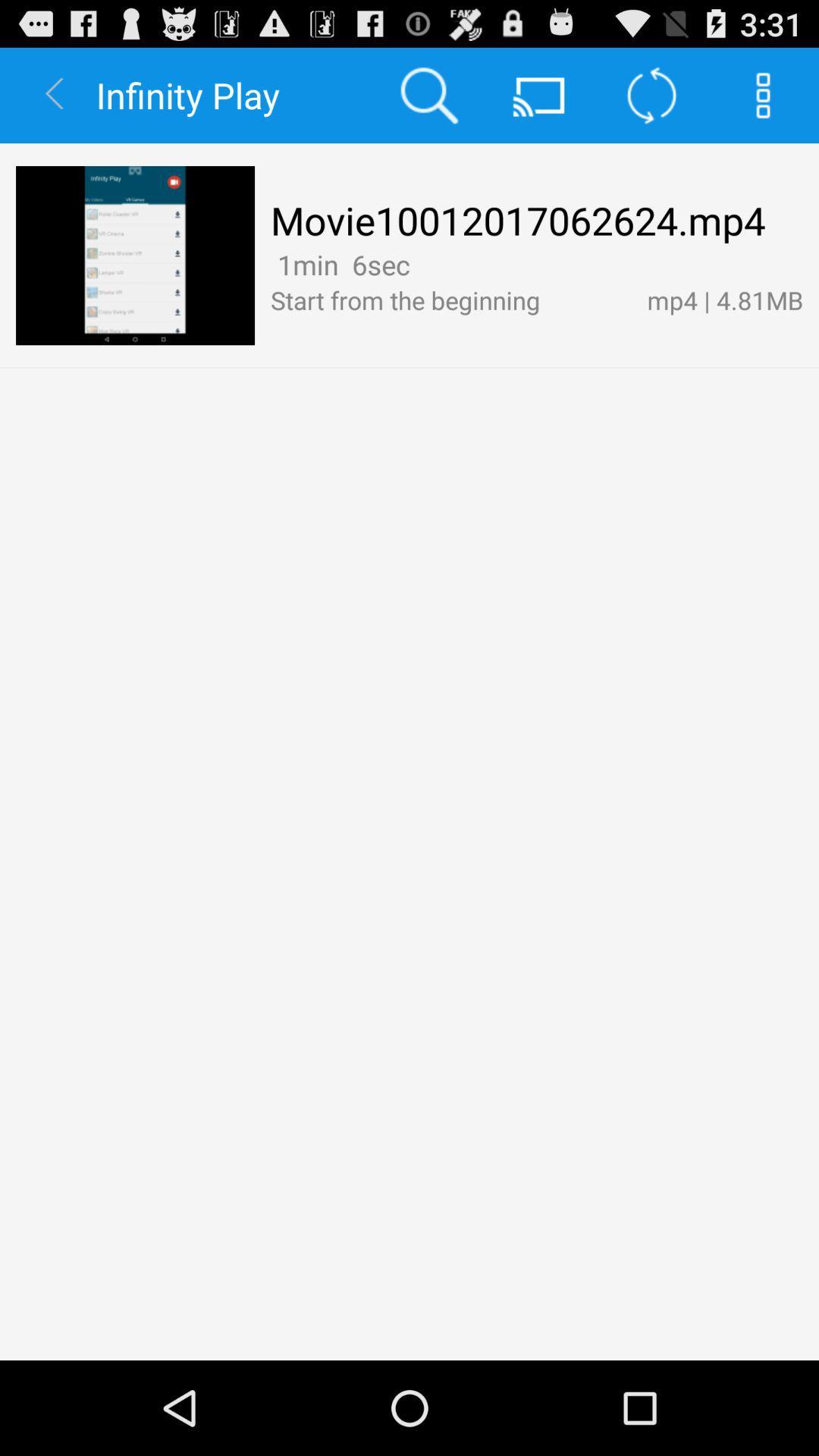 This screenshot has height=1456, width=819. Describe the element at coordinates (450, 300) in the screenshot. I see `the item to the left of the mp4 | 4.81mb` at that location.